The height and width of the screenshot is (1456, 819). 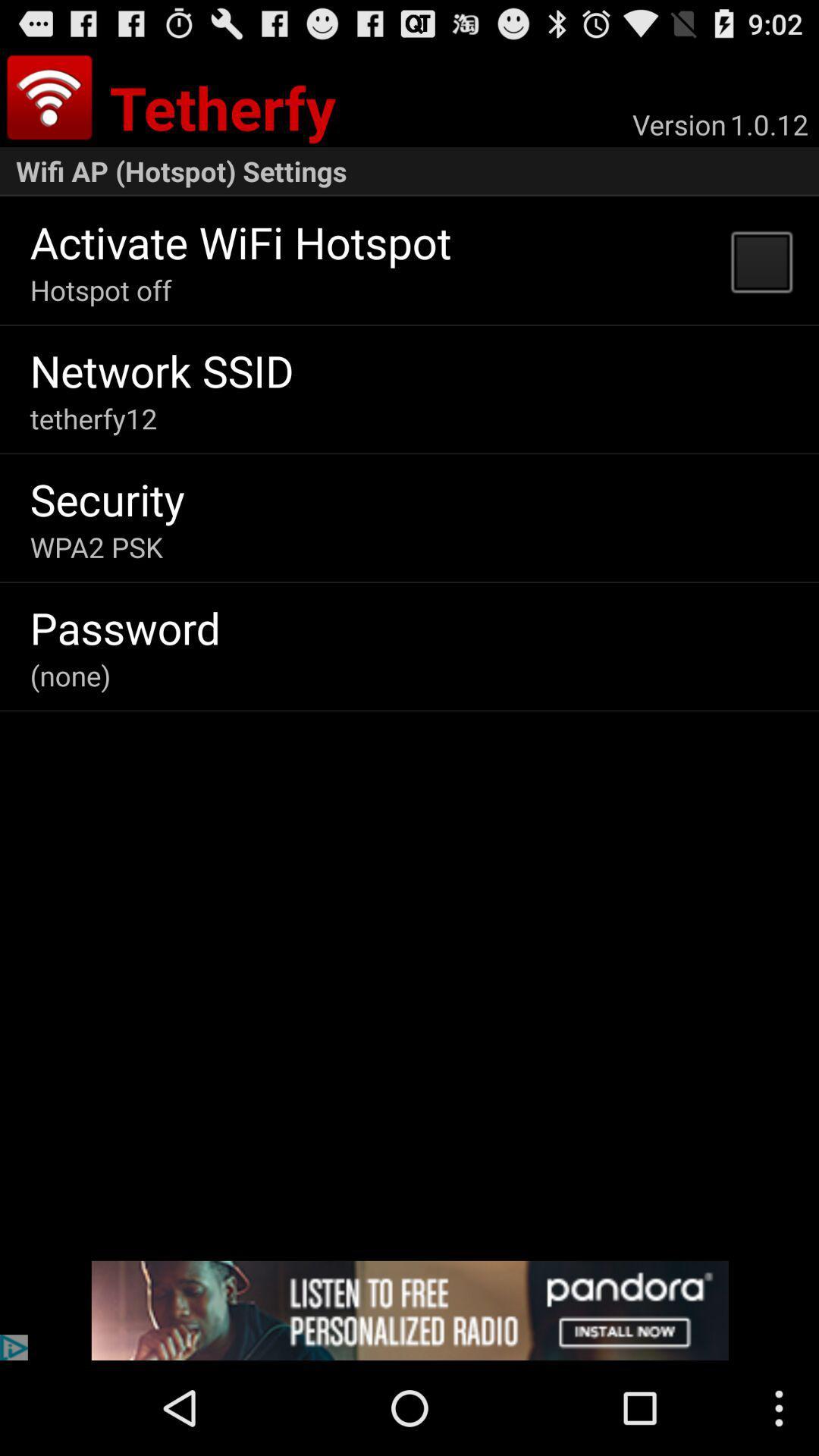 What do you see at coordinates (96, 546) in the screenshot?
I see `the wpa2 psk app` at bounding box center [96, 546].